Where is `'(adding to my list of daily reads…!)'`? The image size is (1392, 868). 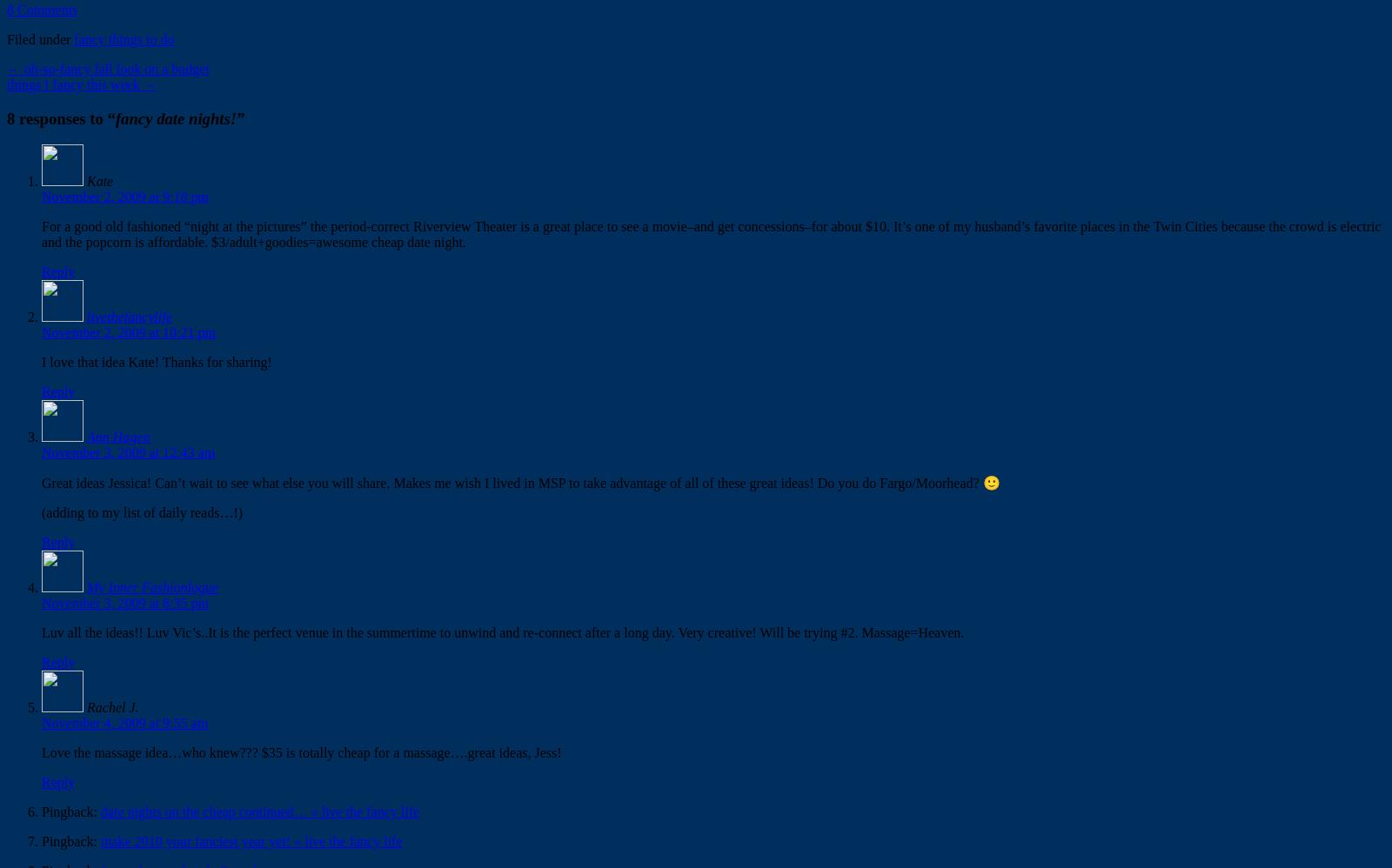 '(adding to my list of daily reads…!)' is located at coordinates (141, 511).